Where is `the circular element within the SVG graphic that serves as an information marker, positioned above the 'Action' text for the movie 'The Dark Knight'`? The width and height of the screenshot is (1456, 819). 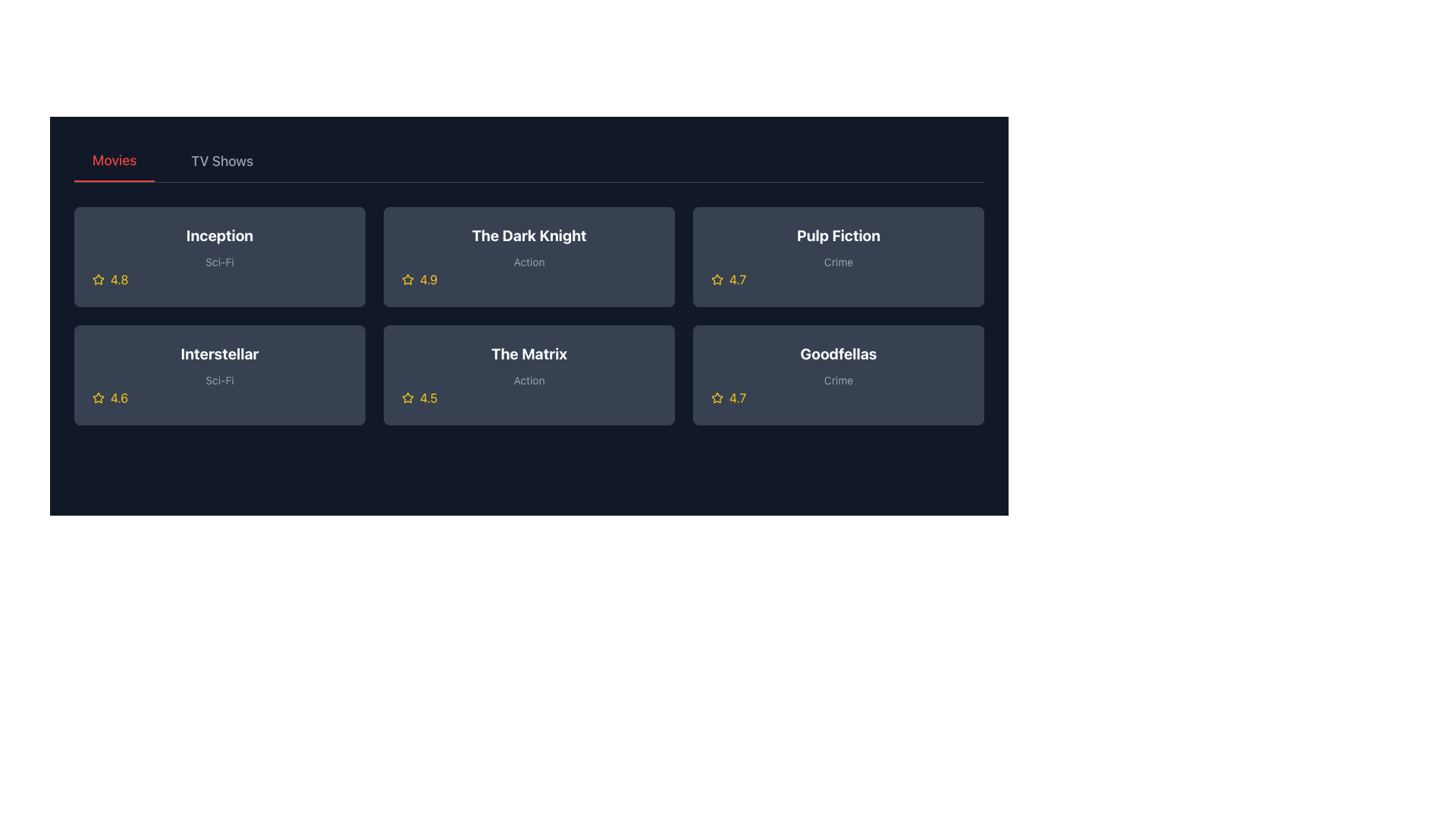 the circular element within the SVG graphic that serves as an information marker, positioned above the 'Action' text for the movie 'The Dark Knight' is located at coordinates (529, 256).